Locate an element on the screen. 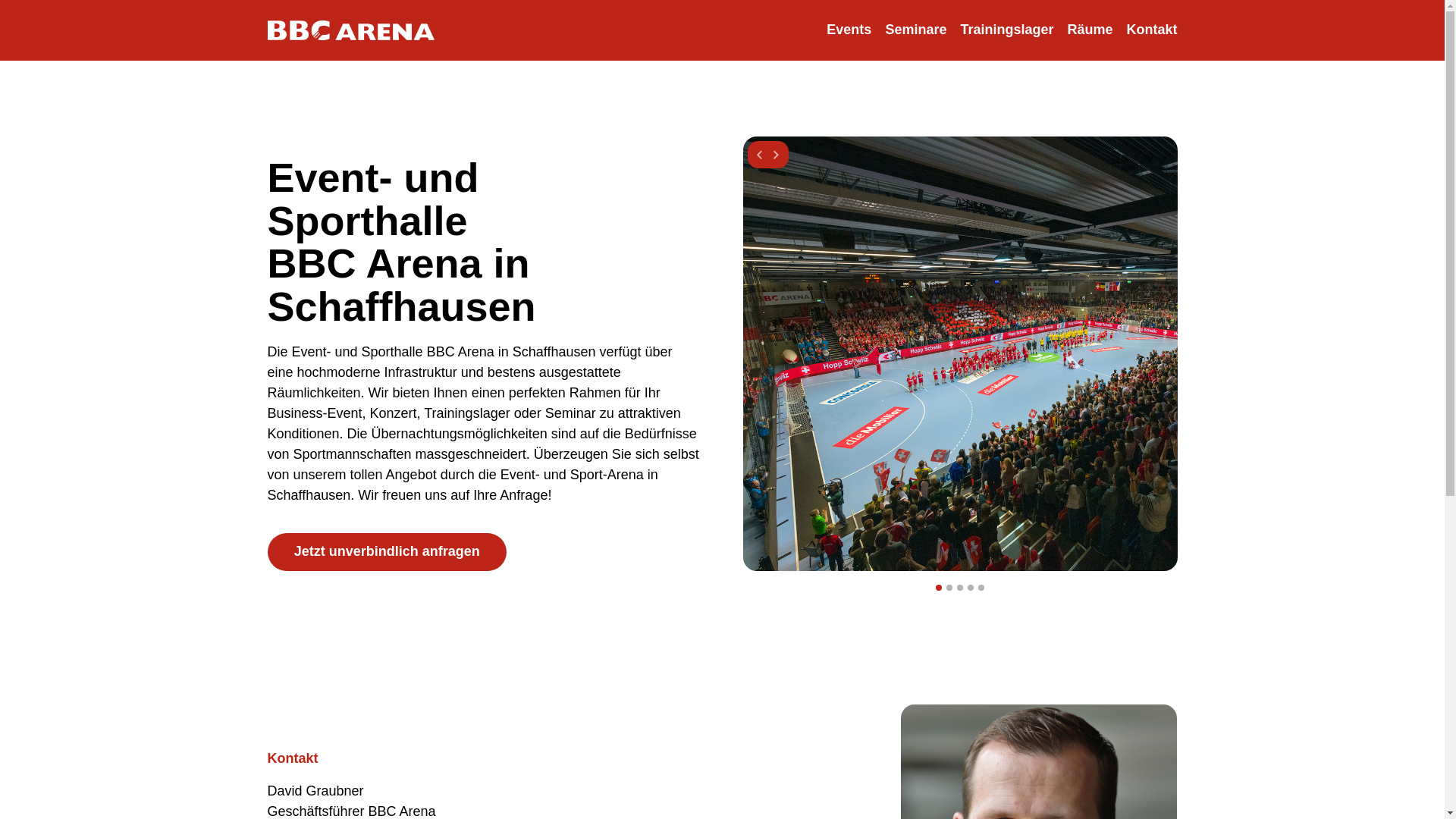 The image size is (1456, 819). 'Kontakt' is located at coordinates (1151, 30).